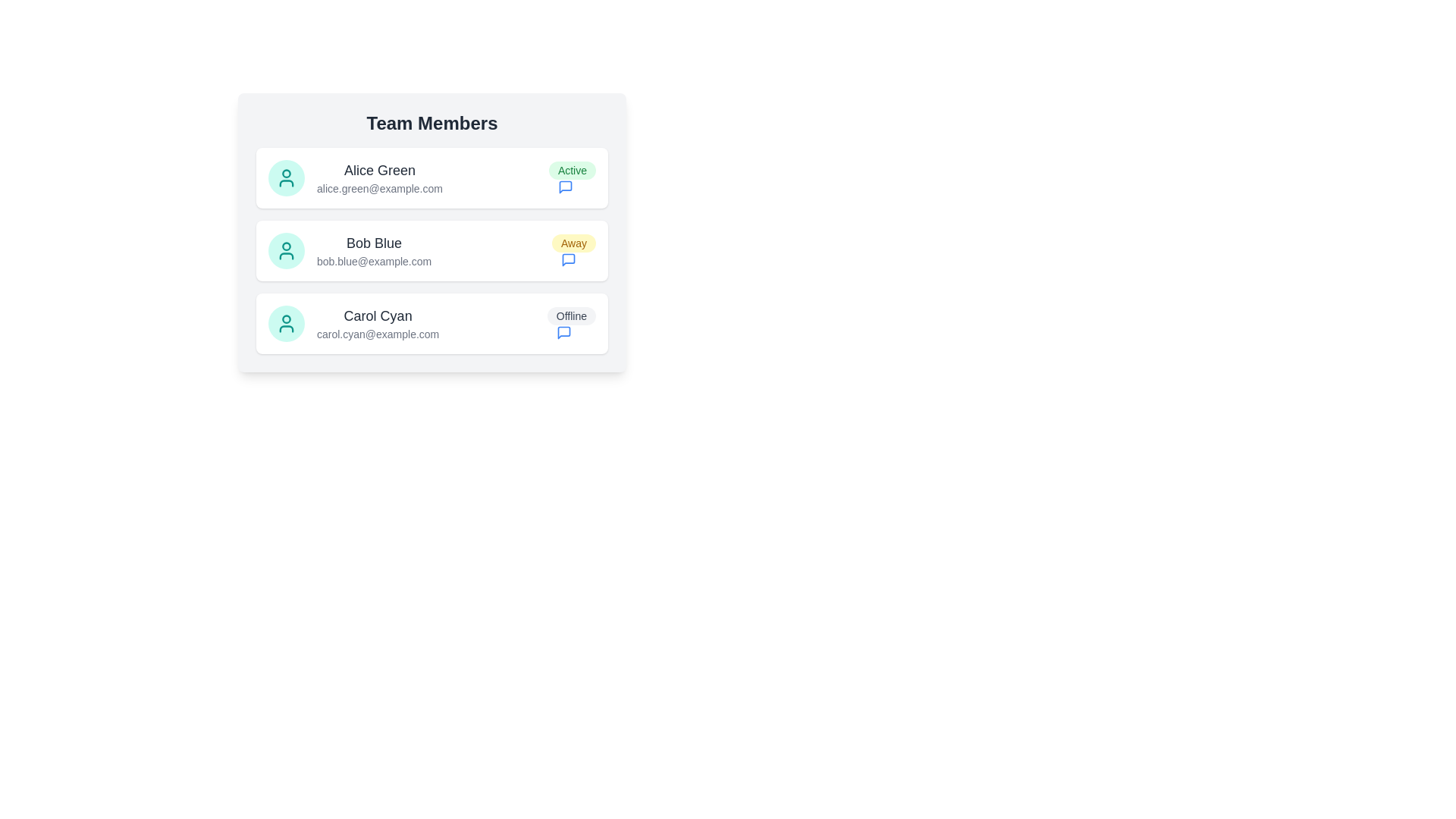 This screenshot has height=819, width=1456. Describe the element at coordinates (287, 323) in the screenshot. I see `the user silhouette icon in the third card of the 'Team Members' list, which is rendered in teal and represents a profile pictogram adjacent to 'Carol Cyan'` at that location.